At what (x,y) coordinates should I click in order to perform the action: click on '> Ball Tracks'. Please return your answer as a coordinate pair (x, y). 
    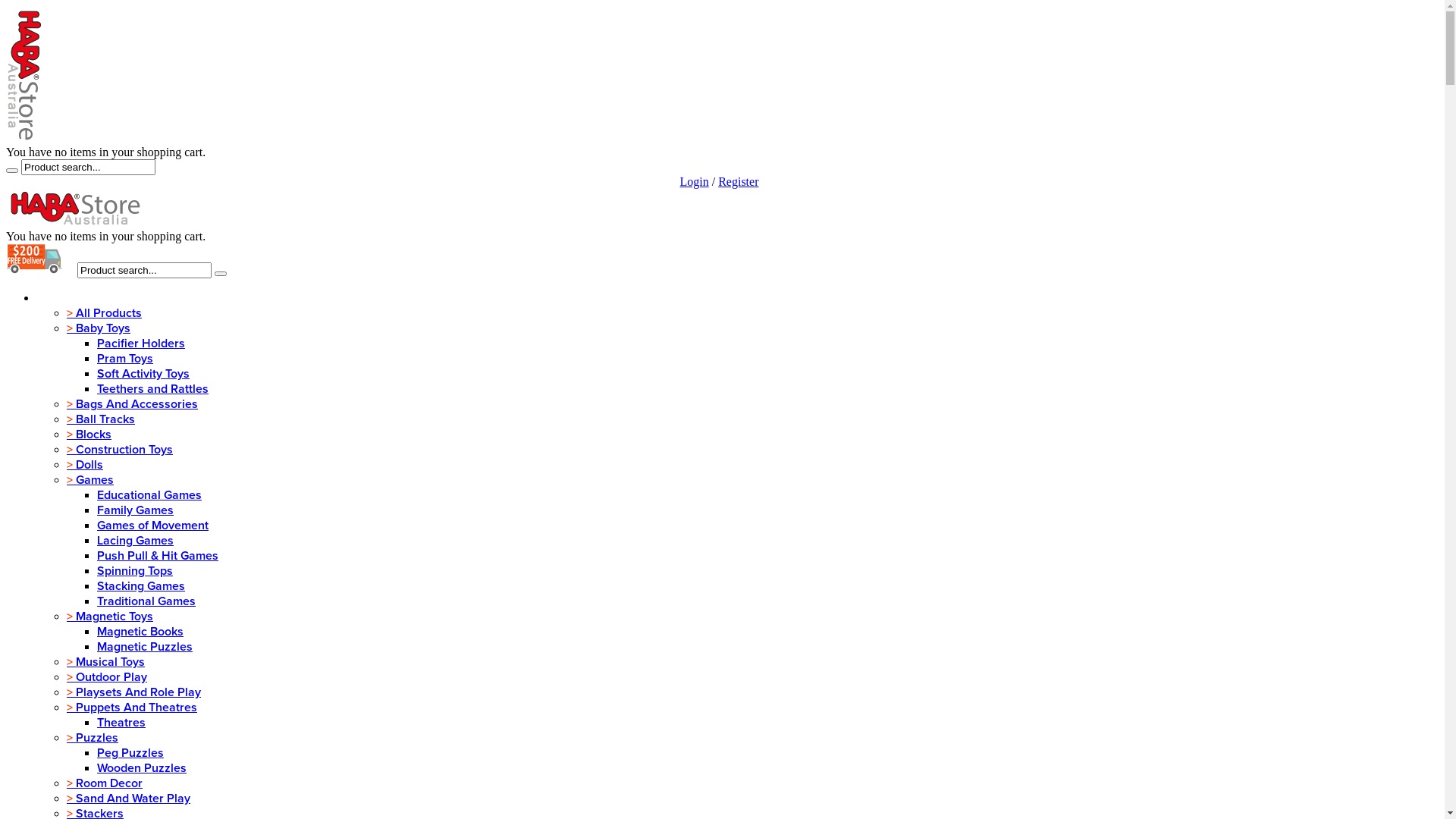
    Looking at the image, I should click on (100, 419).